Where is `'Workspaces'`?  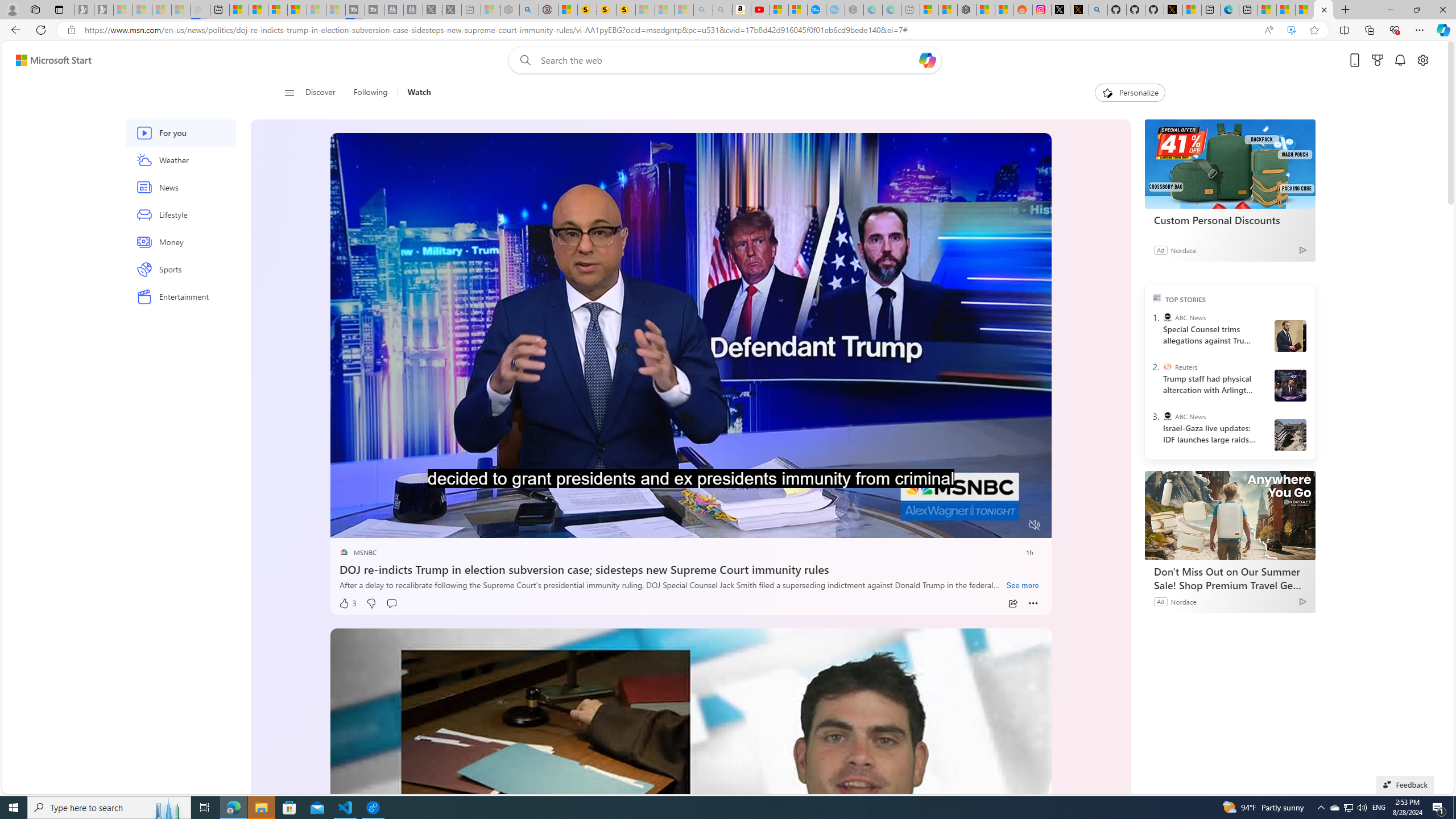
'Workspaces' is located at coordinates (35, 9).